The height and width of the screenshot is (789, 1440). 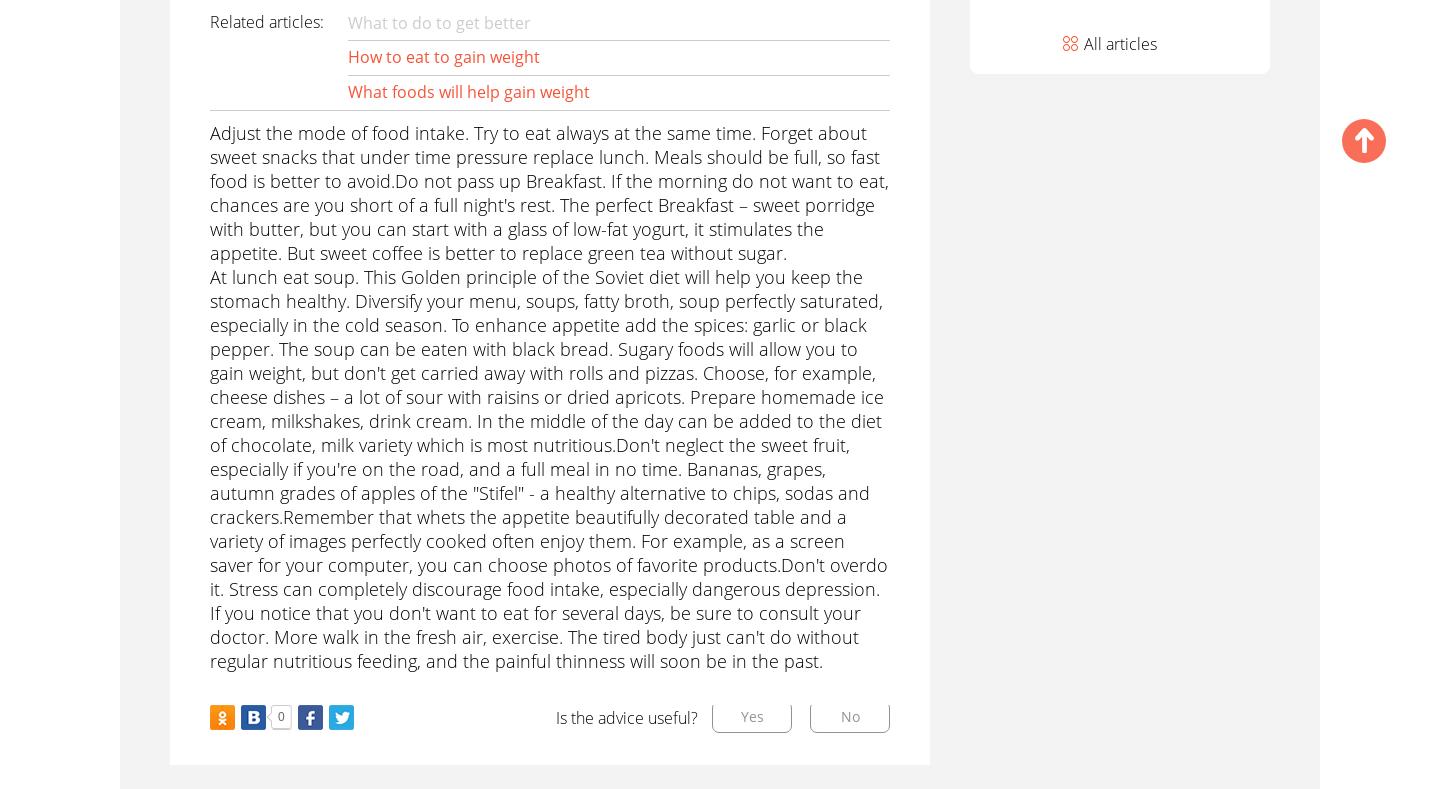 I want to click on 'How to eat to gain weight', so click(x=442, y=55).